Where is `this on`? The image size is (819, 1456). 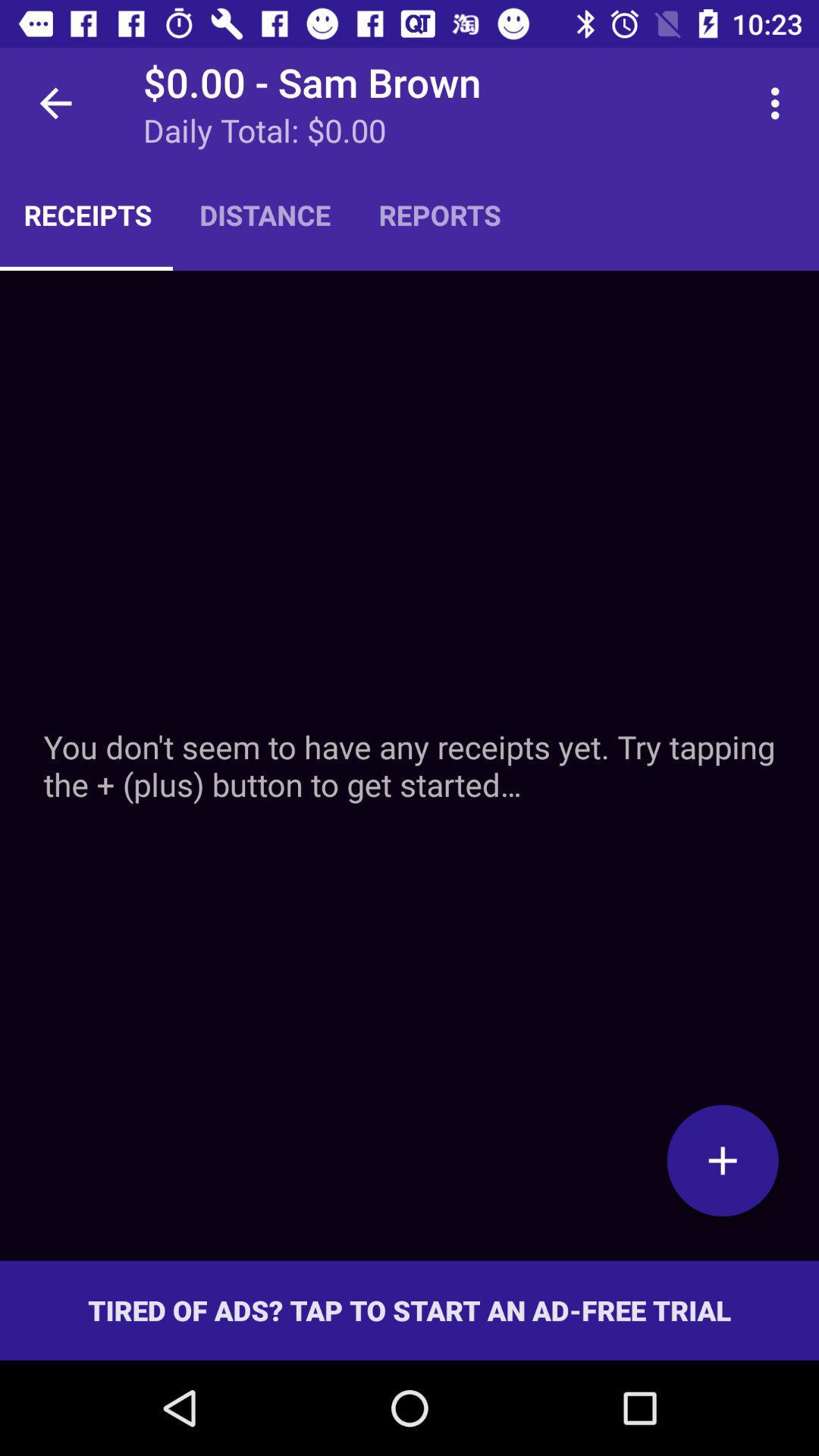
this on is located at coordinates (722, 1159).